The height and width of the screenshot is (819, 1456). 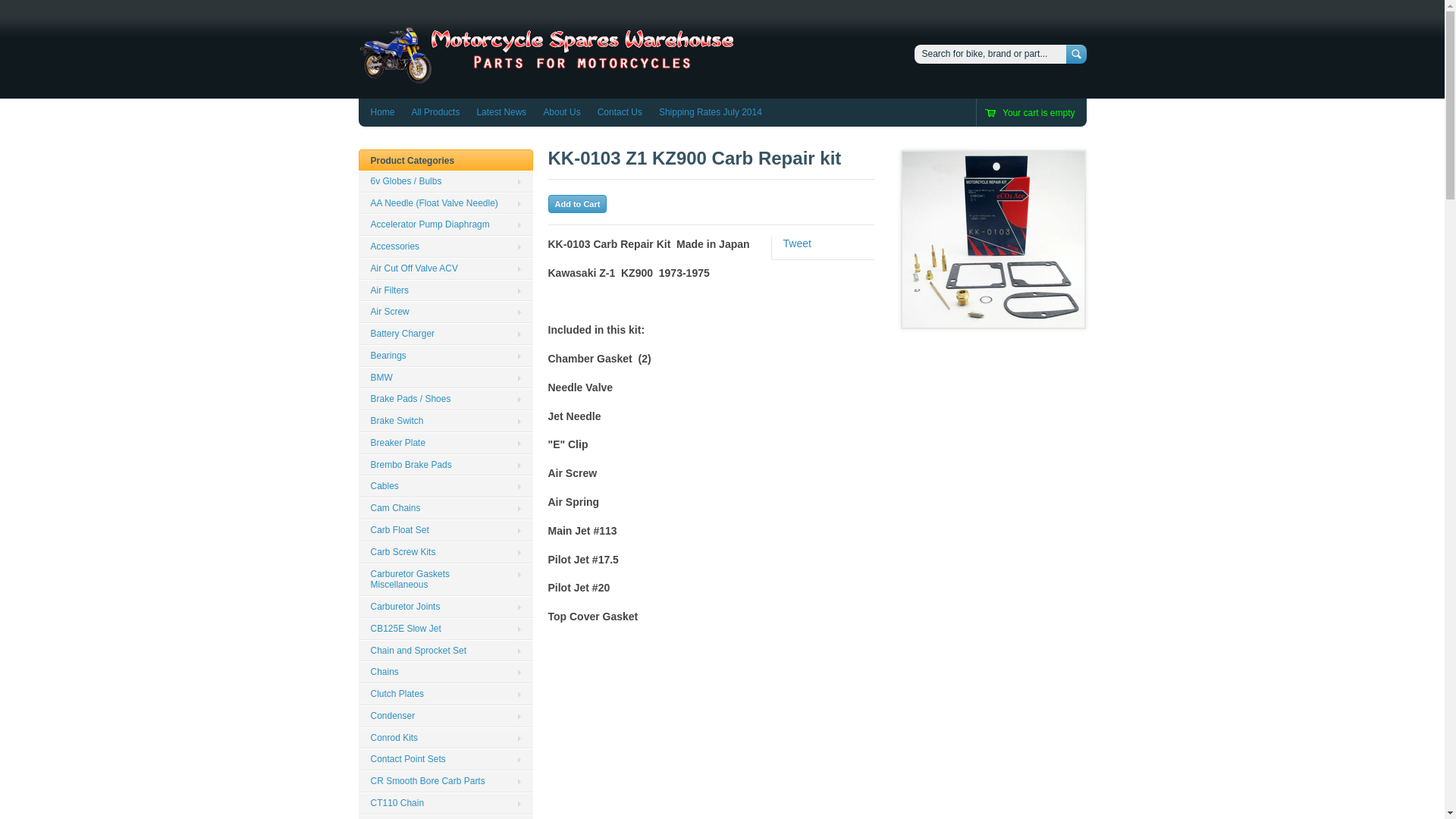 I want to click on 'Search', so click(x=1075, y=53).